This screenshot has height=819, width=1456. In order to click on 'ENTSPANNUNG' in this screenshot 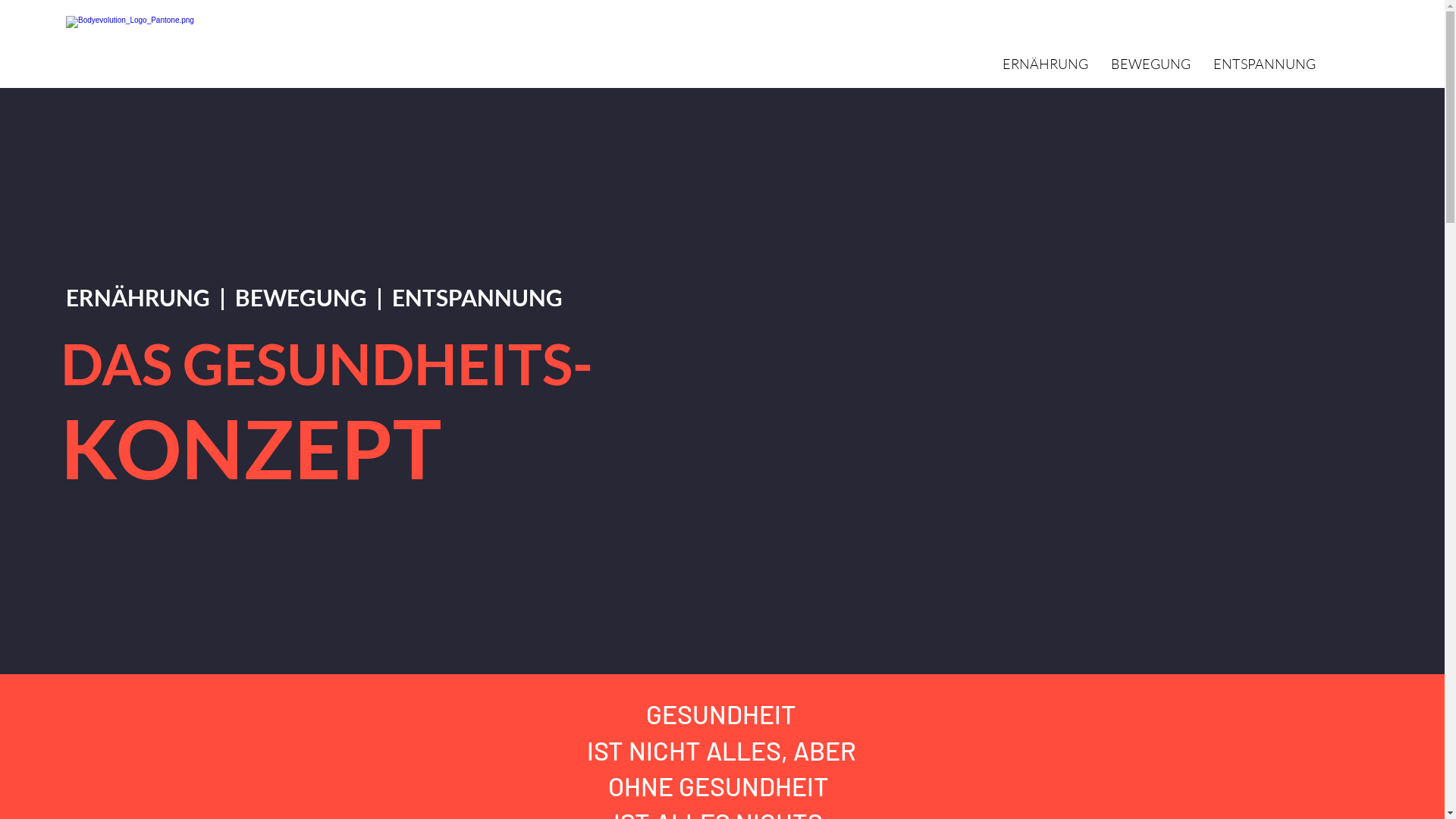, I will do `click(1200, 63)`.